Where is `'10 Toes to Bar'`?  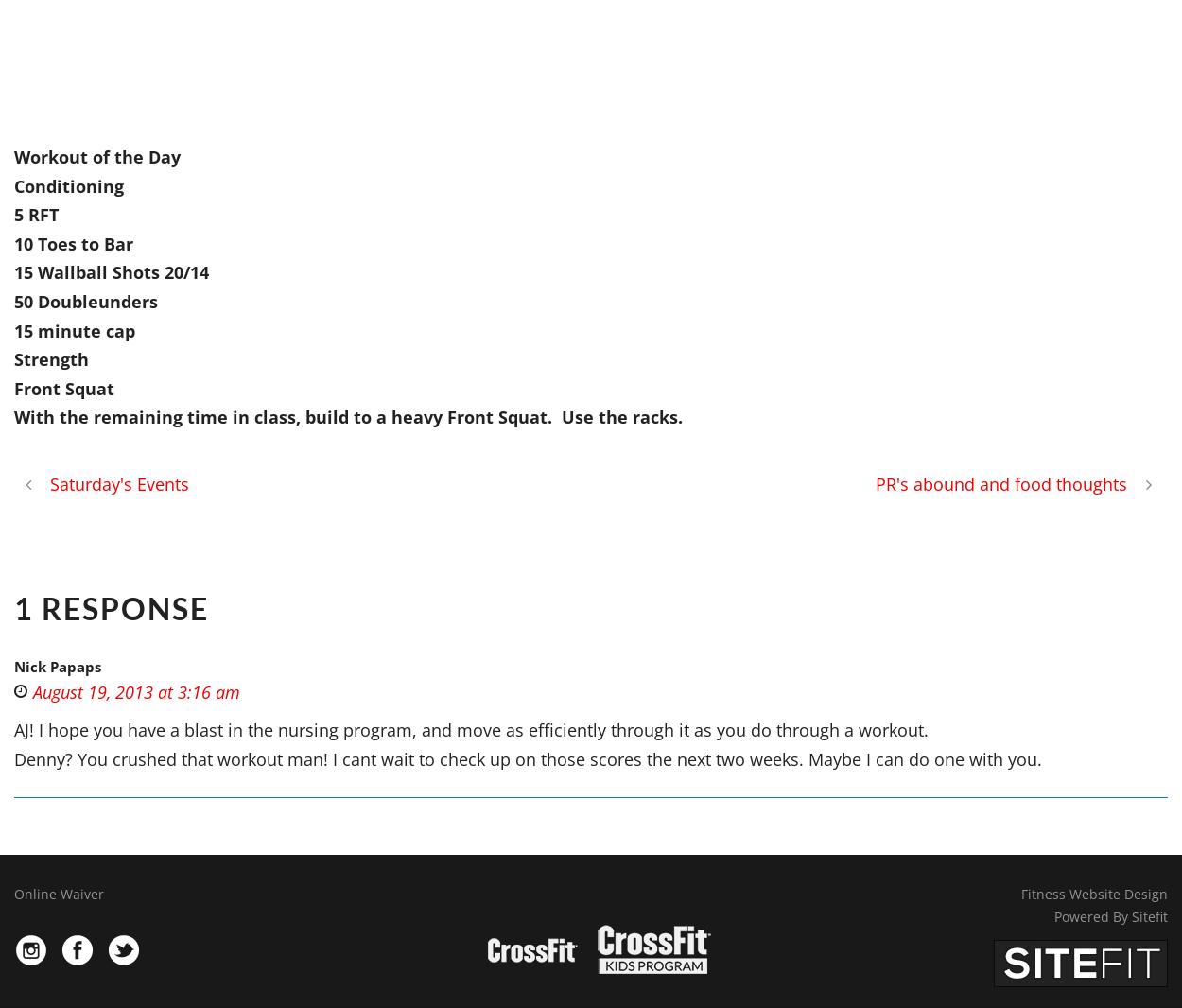
'10 Toes to Bar' is located at coordinates (14, 242).